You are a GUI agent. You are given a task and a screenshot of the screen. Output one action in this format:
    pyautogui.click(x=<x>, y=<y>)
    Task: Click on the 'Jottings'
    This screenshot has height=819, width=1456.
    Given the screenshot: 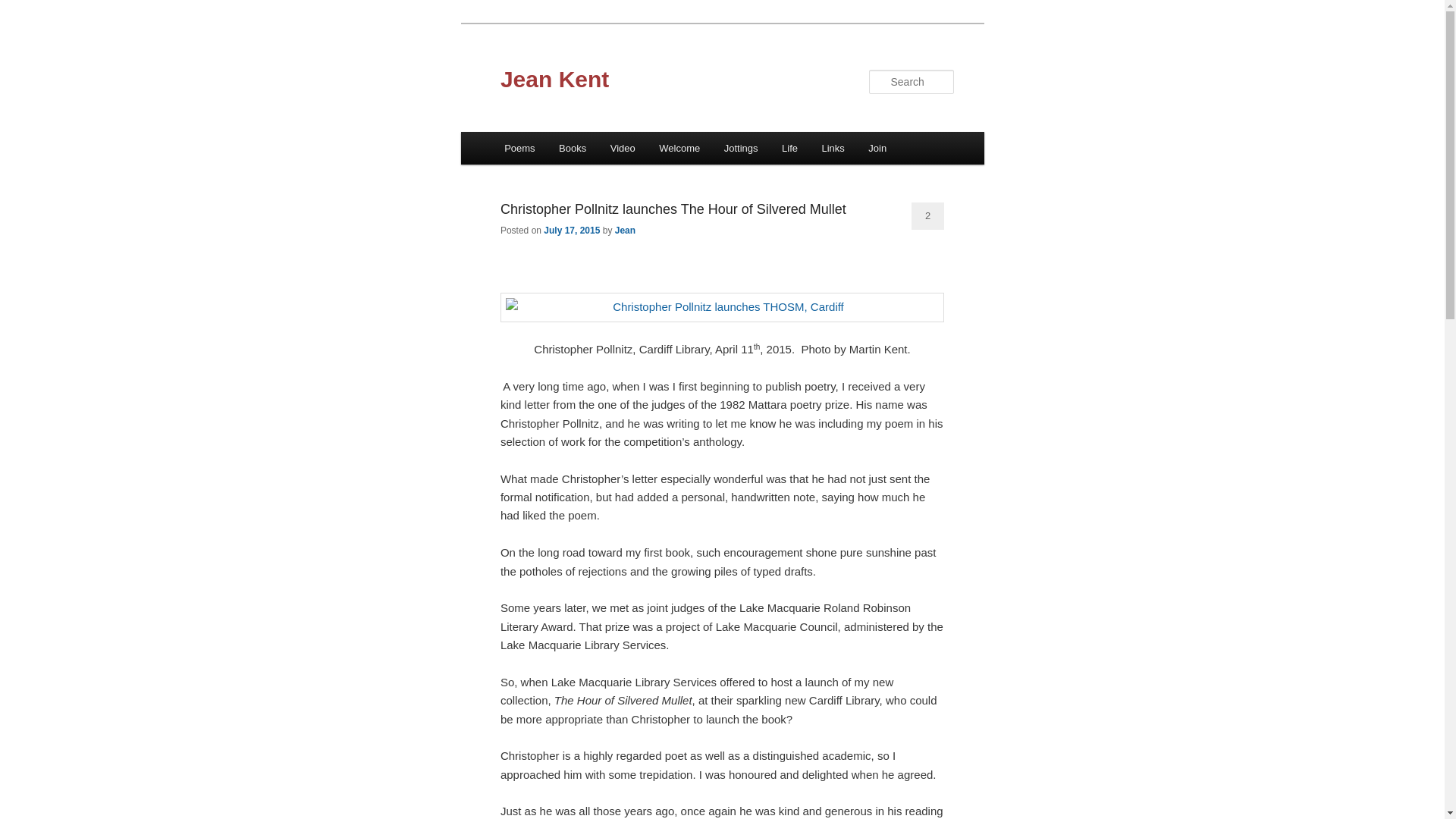 What is the action you would take?
    pyautogui.click(x=741, y=148)
    